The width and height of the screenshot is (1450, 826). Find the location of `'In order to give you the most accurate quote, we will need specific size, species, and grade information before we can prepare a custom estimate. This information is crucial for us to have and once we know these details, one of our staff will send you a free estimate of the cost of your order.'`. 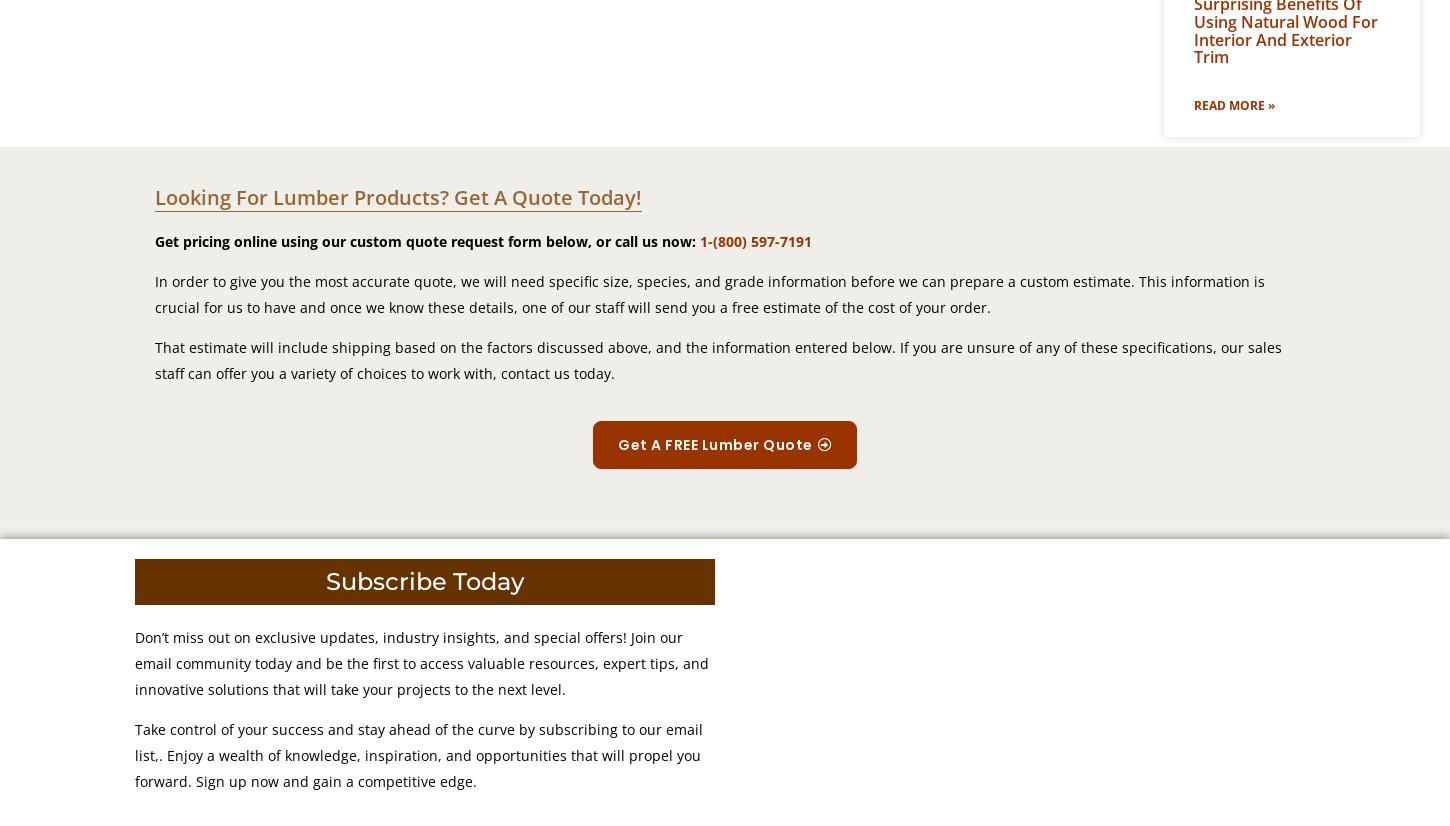

'In order to give you the most accurate quote, we will need specific size, species, and grade information before we can prepare a custom estimate. This information is crucial for us to have and once we know these details, one of our staff will send you a free estimate of the cost of your order.' is located at coordinates (154, 293).